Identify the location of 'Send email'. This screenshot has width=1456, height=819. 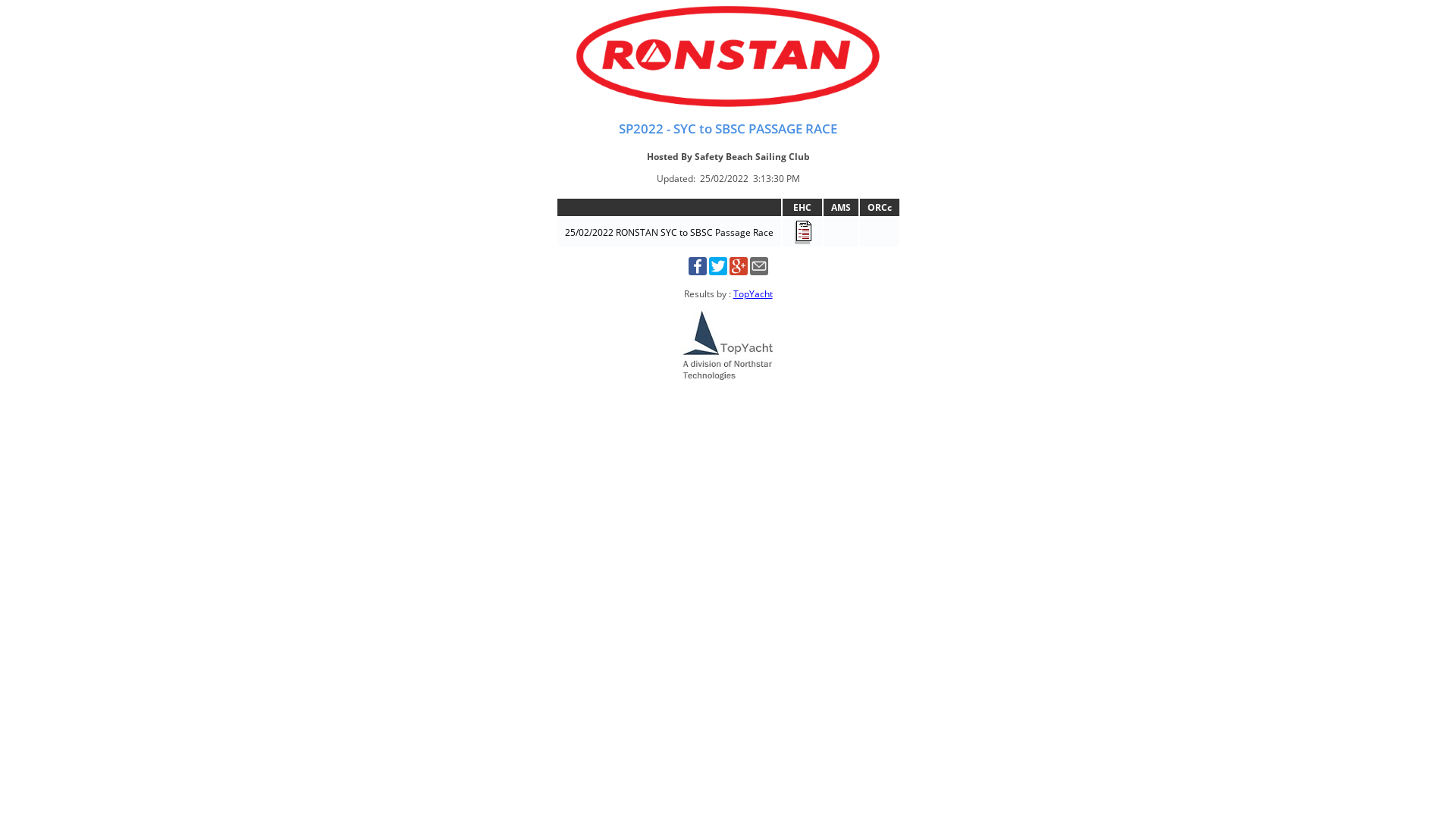
(758, 271).